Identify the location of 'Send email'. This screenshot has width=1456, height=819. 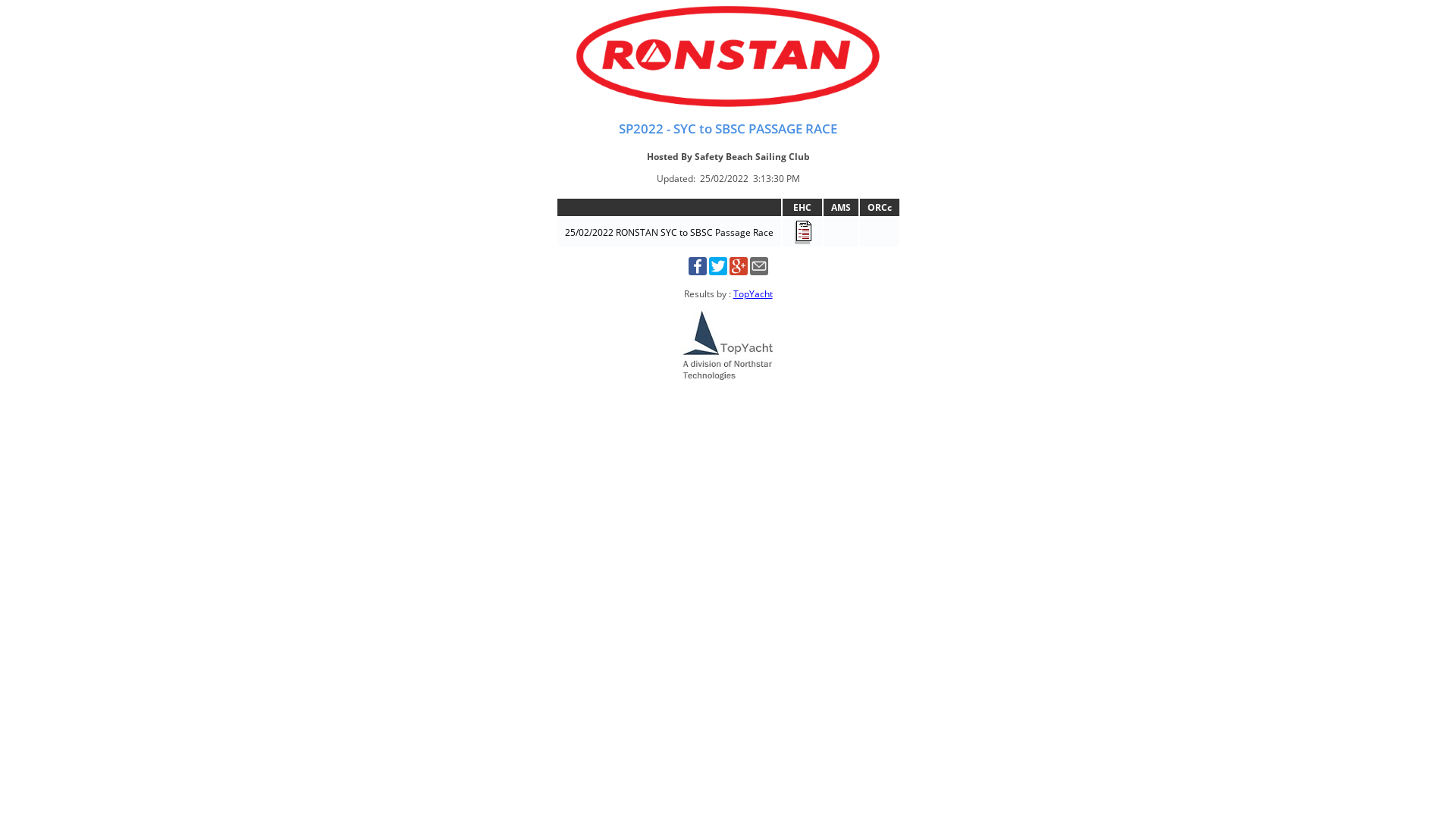
(758, 271).